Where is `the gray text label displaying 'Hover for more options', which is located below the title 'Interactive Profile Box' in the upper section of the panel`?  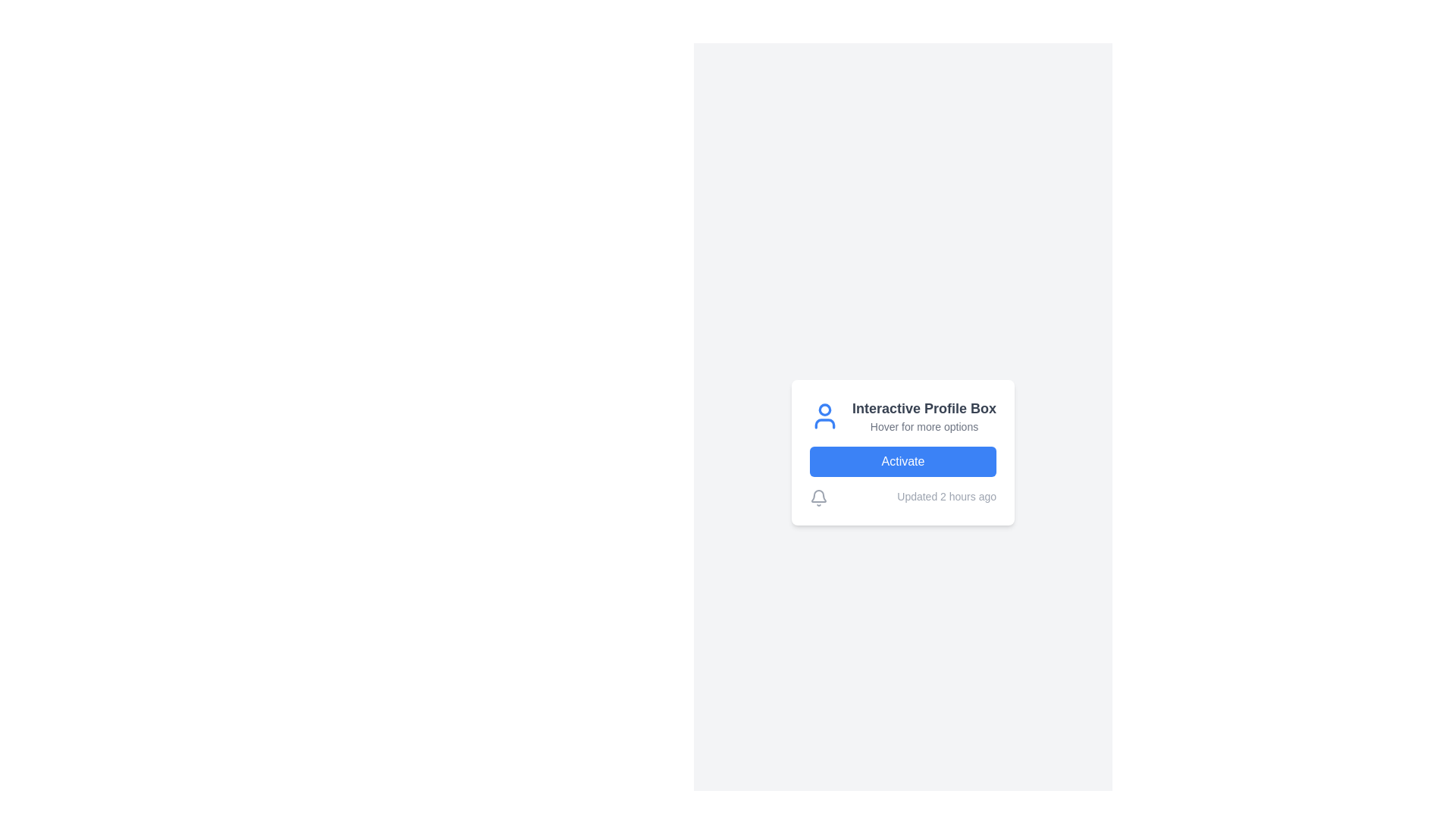 the gray text label displaying 'Hover for more options', which is located below the title 'Interactive Profile Box' in the upper section of the panel is located at coordinates (924, 427).